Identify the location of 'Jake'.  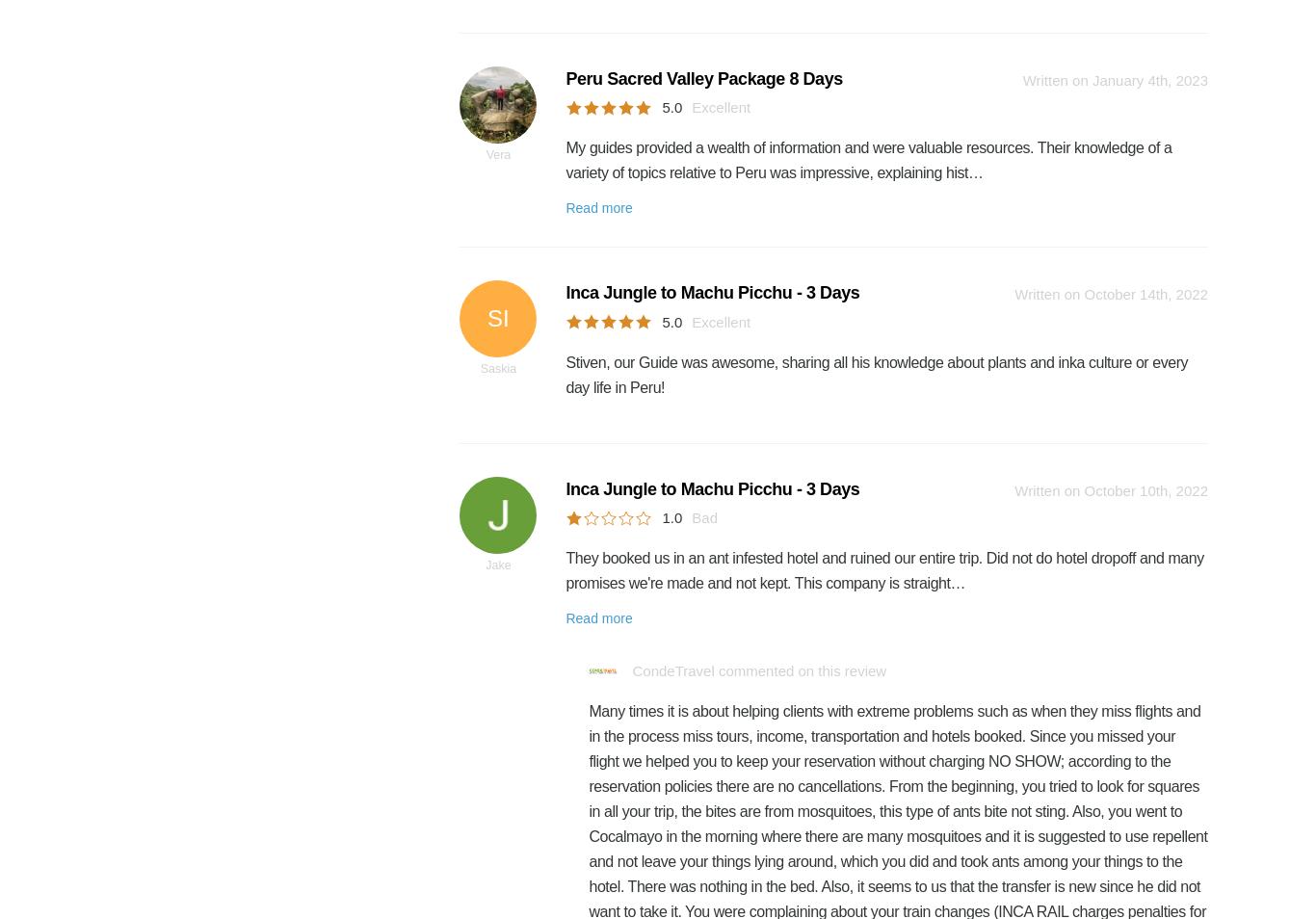
(498, 564).